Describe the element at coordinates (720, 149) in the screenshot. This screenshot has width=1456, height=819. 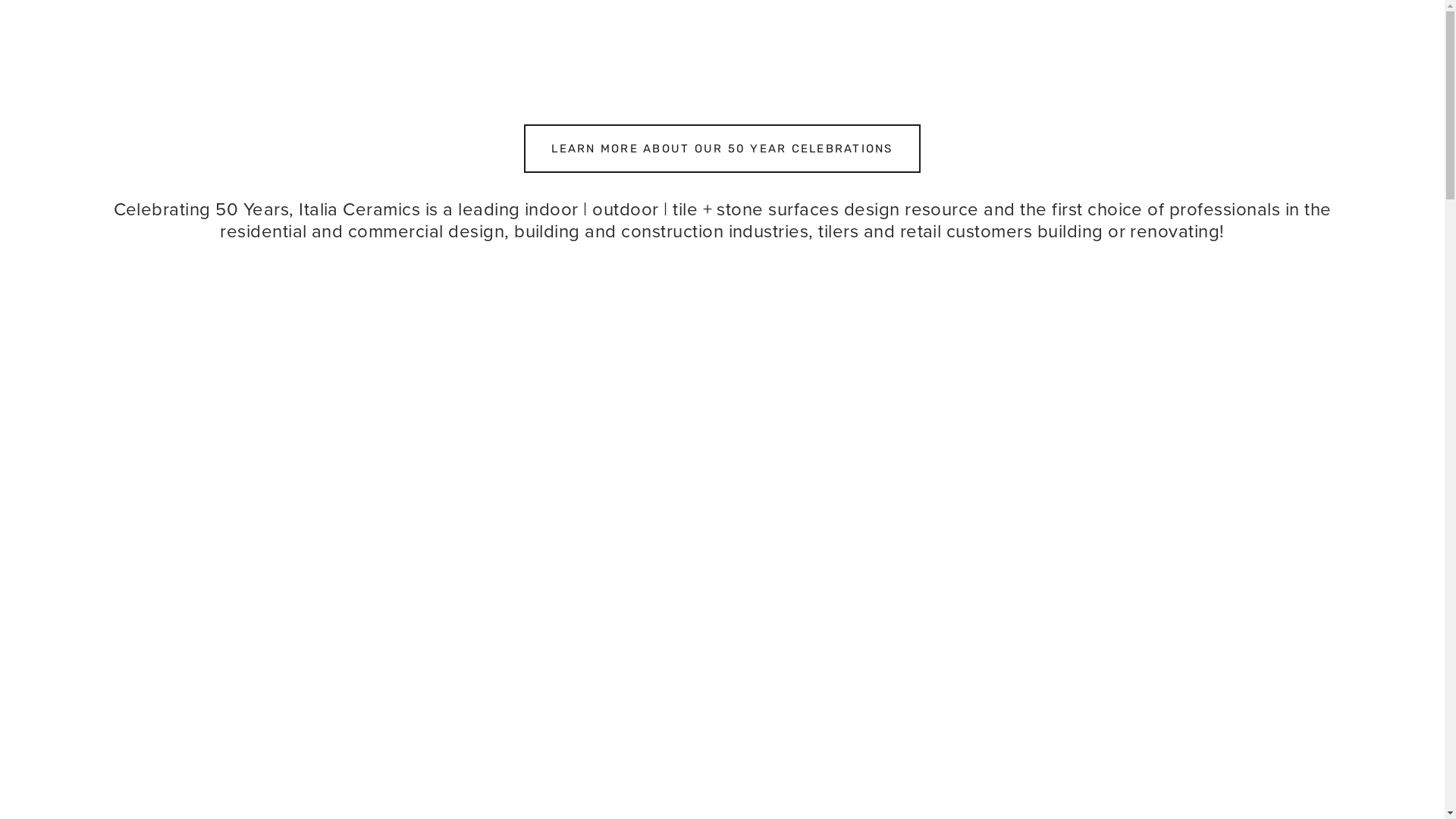
I see `'LEARN MORE ABOUT OUR 50 YEAR CELEBRATIONS'` at that location.